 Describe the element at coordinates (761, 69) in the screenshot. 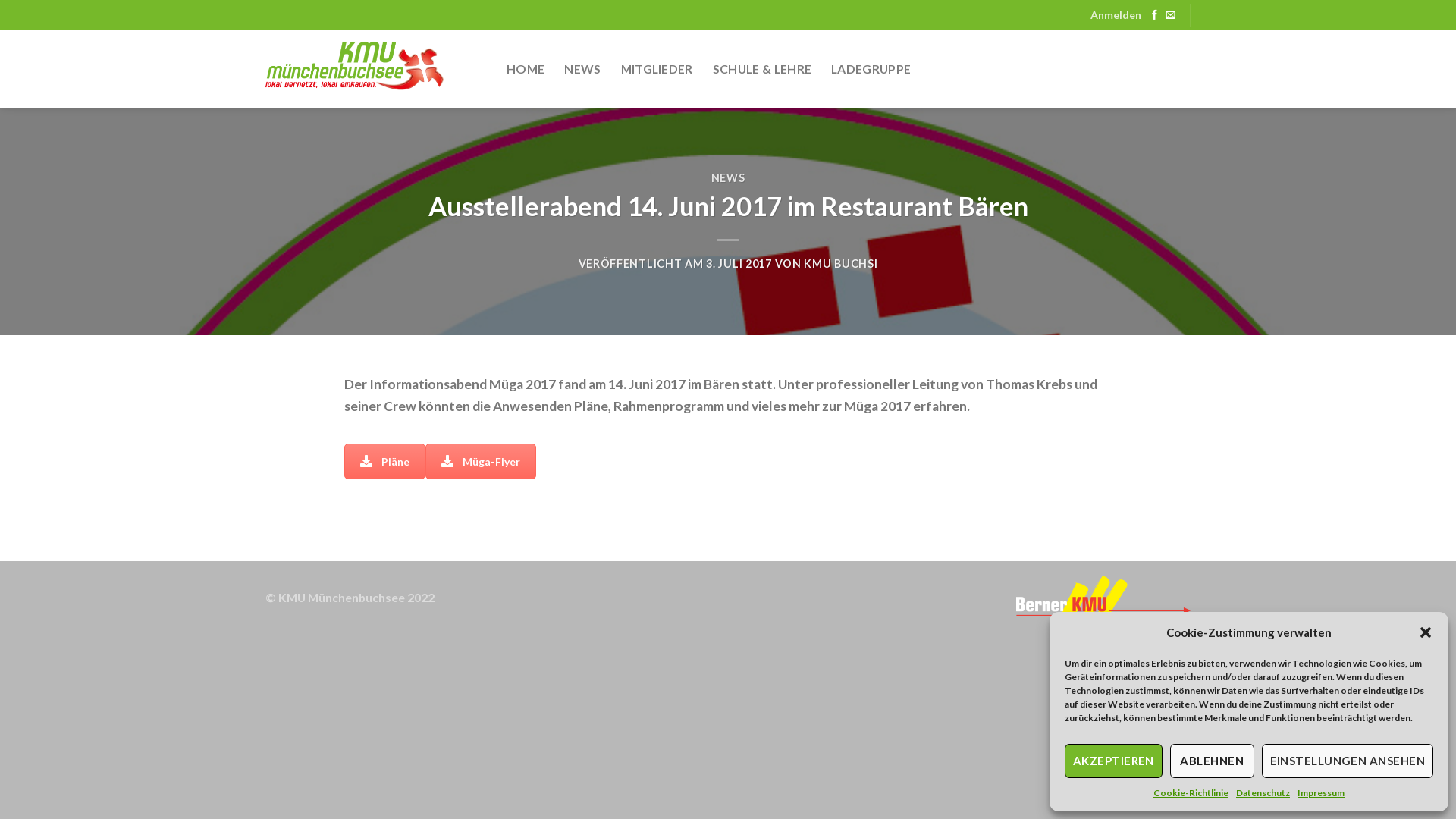

I see `'SCHULE & LEHRE'` at that location.